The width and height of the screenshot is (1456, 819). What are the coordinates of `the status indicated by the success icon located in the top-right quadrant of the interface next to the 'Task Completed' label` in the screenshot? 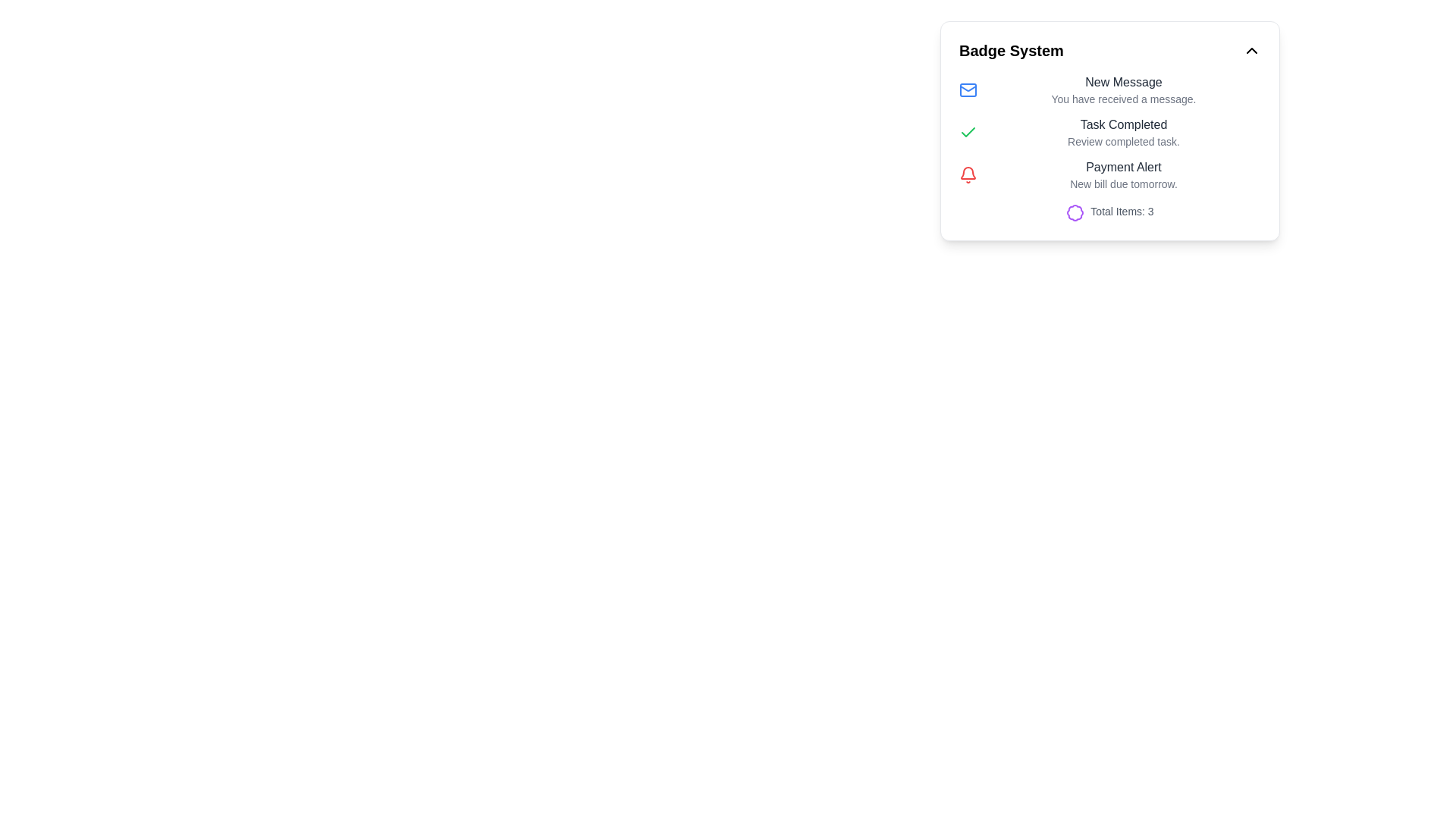 It's located at (967, 131).